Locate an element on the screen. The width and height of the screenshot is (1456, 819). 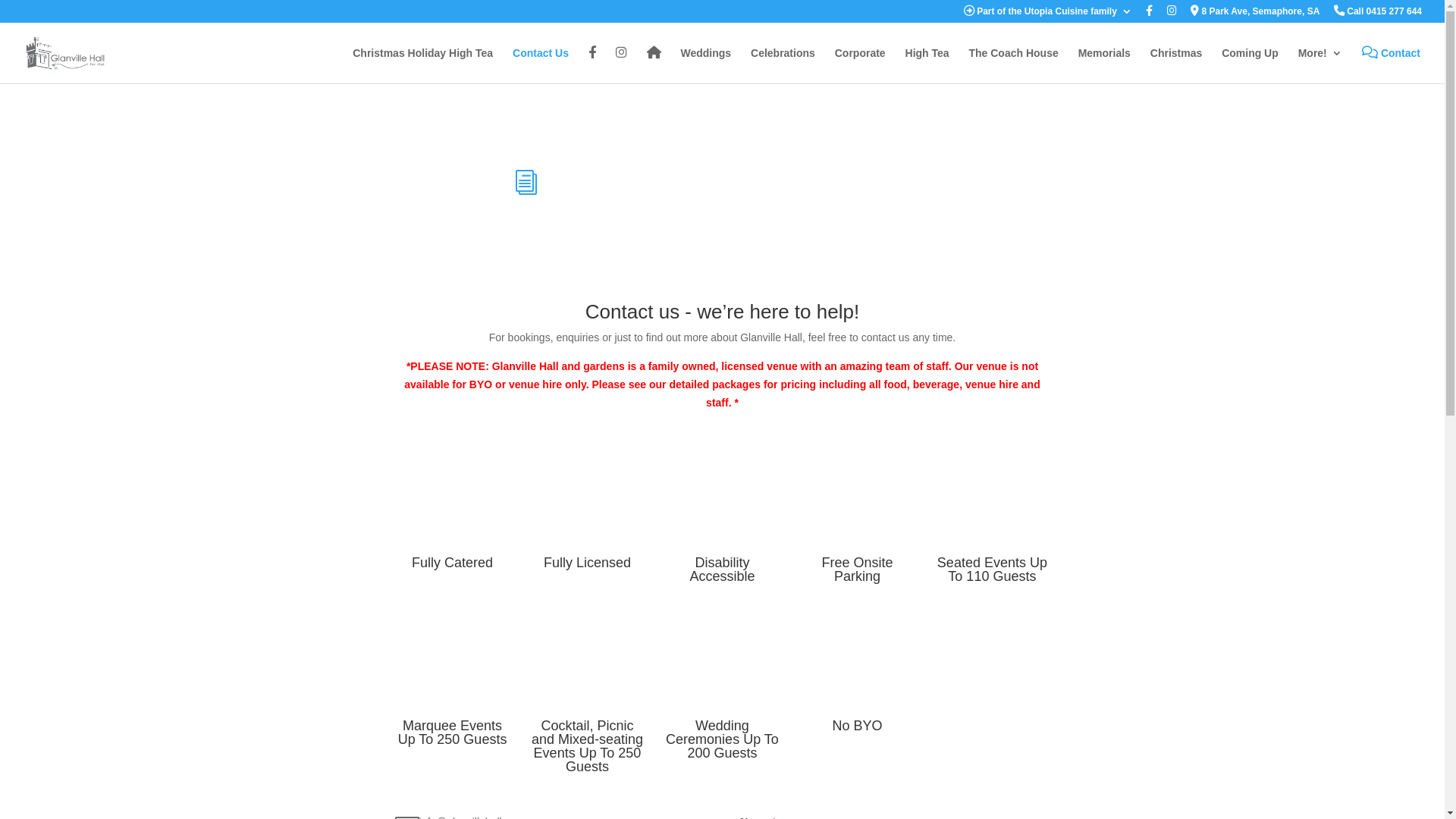
'The Coach House' is located at coordinates (1012, 64).